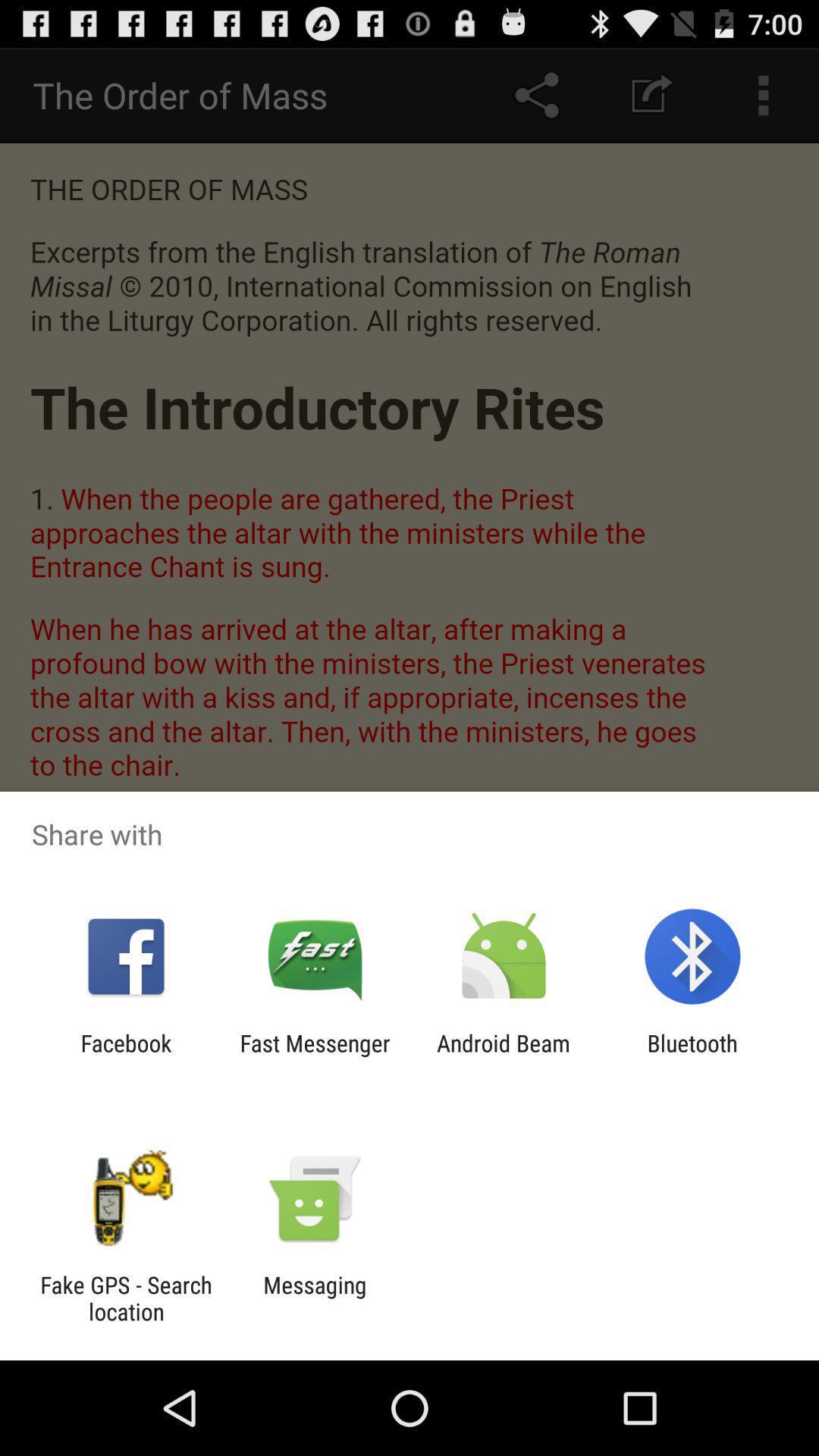 The width and height of the screenshot is (819, 1456). Describe the element at coordinates (504, 1056) in the screenshot. I see `the item to the left of bluetooth item` at that location.